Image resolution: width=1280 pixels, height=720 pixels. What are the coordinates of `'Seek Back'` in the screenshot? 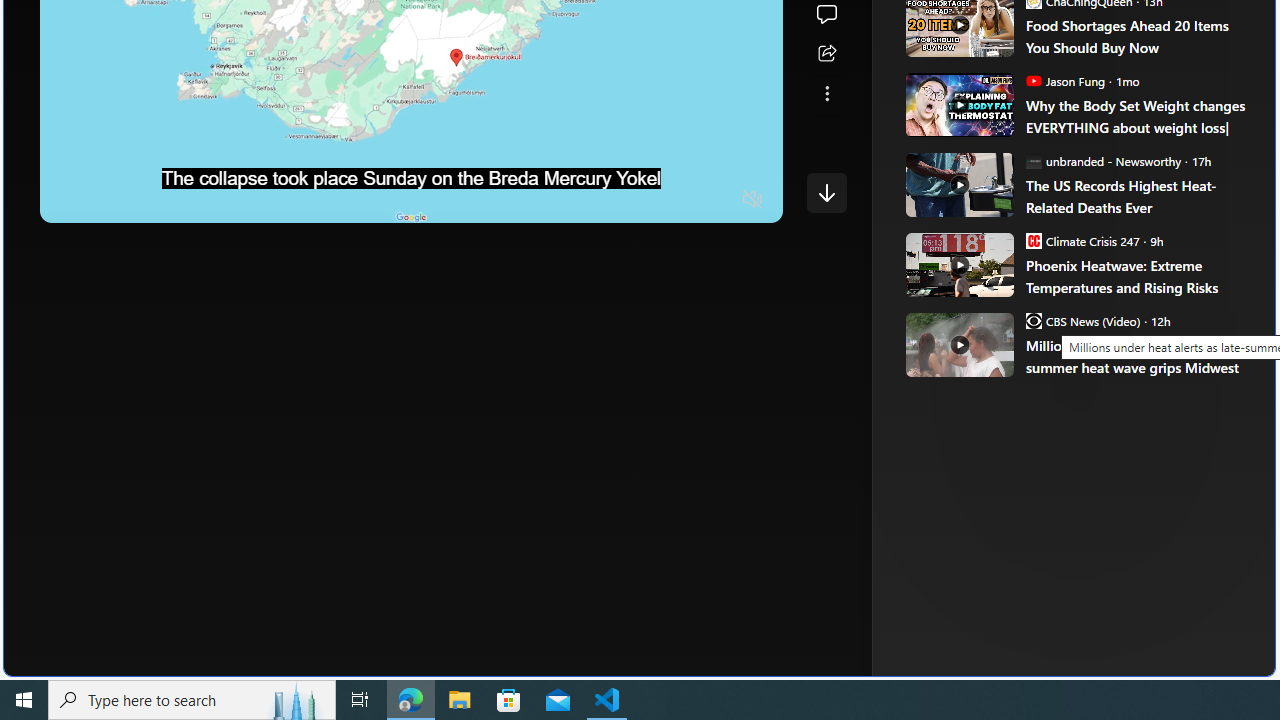 It's located at (109, 200).